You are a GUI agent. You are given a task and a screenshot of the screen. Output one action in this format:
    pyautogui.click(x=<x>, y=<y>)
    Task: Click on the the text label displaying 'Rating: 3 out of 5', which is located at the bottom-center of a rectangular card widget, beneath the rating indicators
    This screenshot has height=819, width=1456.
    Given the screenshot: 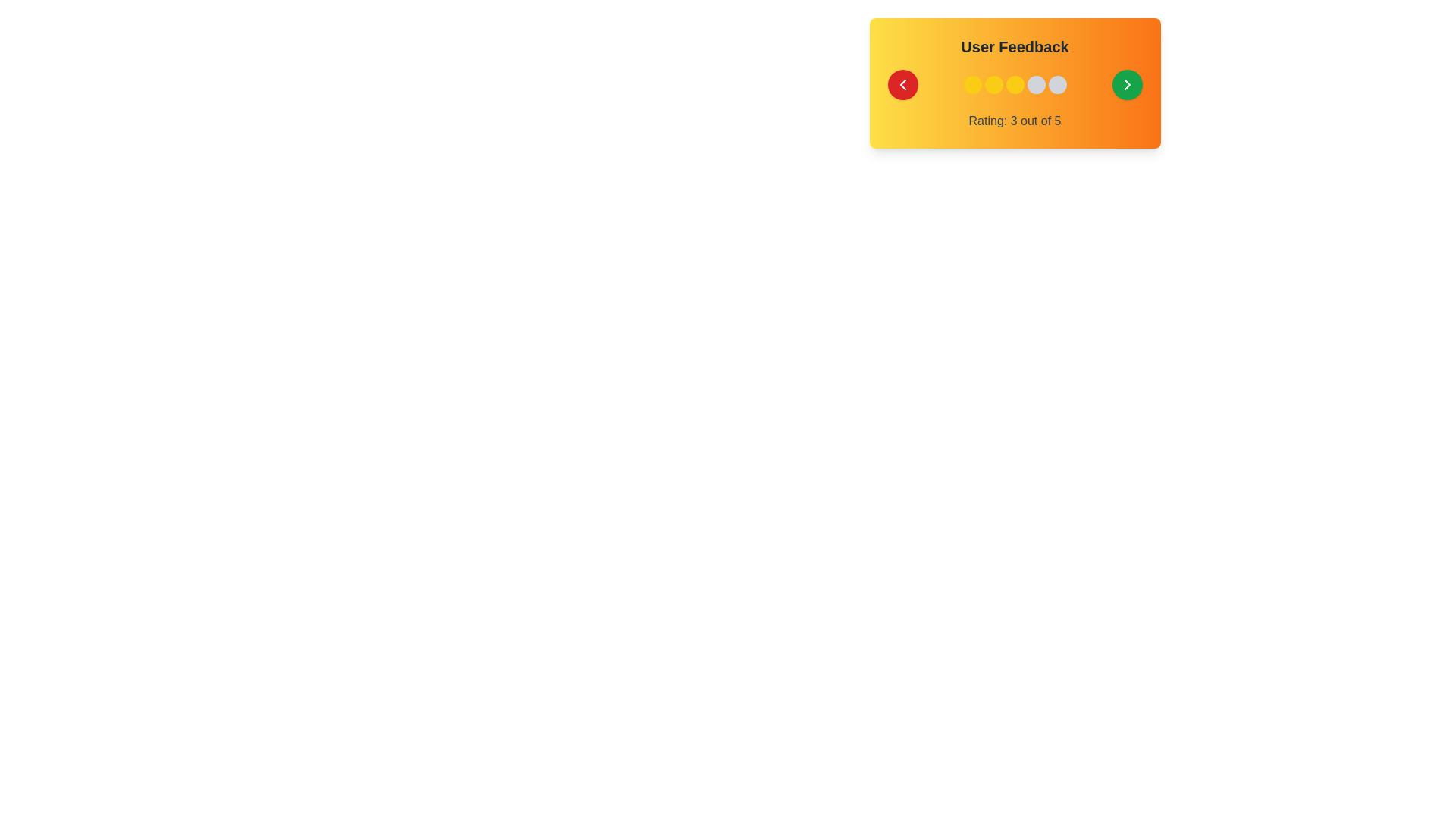 What is the action you would take?
    pyautogui.click(x=1015, y=120)
    